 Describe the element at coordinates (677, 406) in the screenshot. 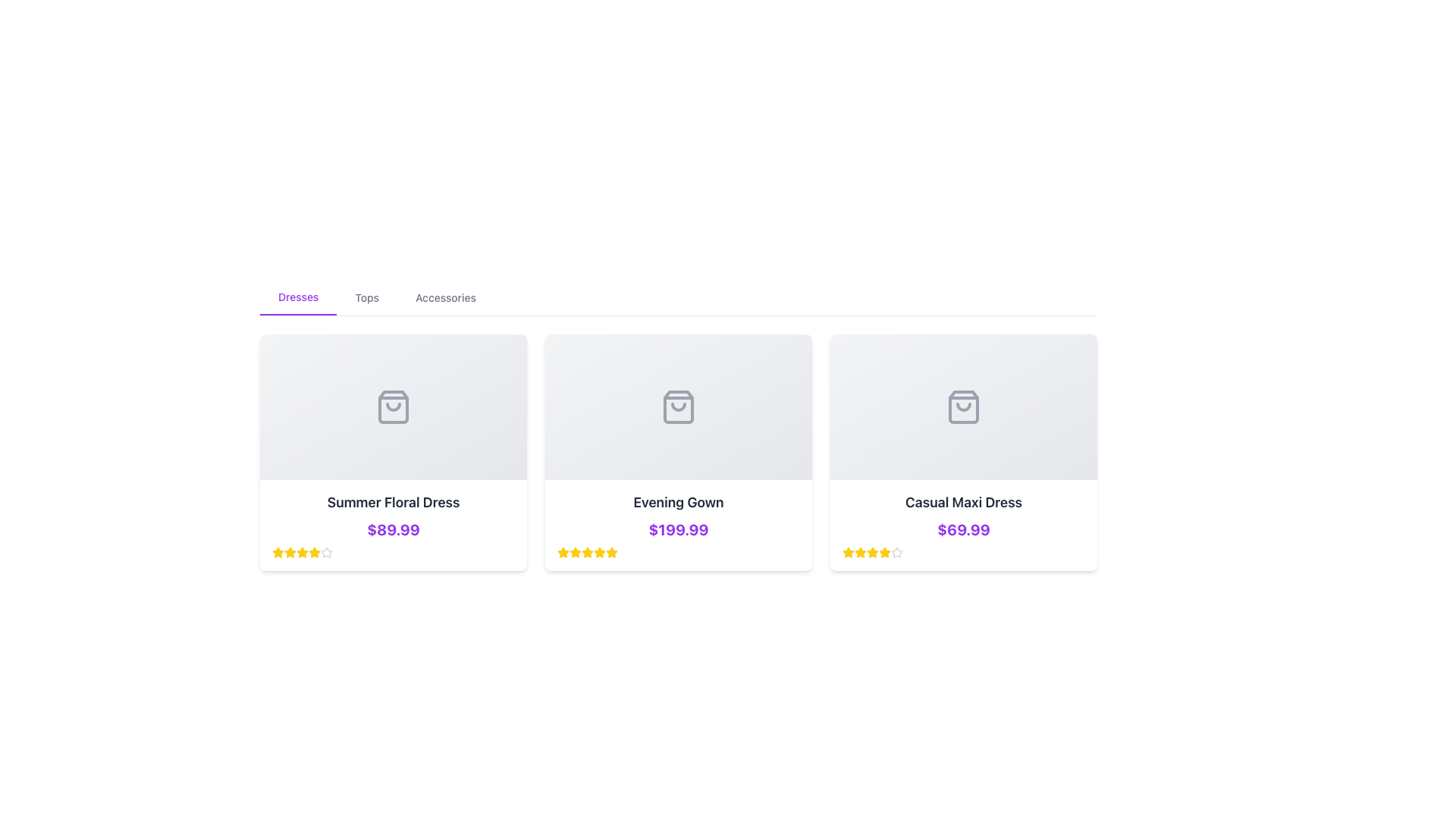

I see `the shopping bag icon, which is styled in gray and located within the 'Evening Gown' card in the UI` at that location.